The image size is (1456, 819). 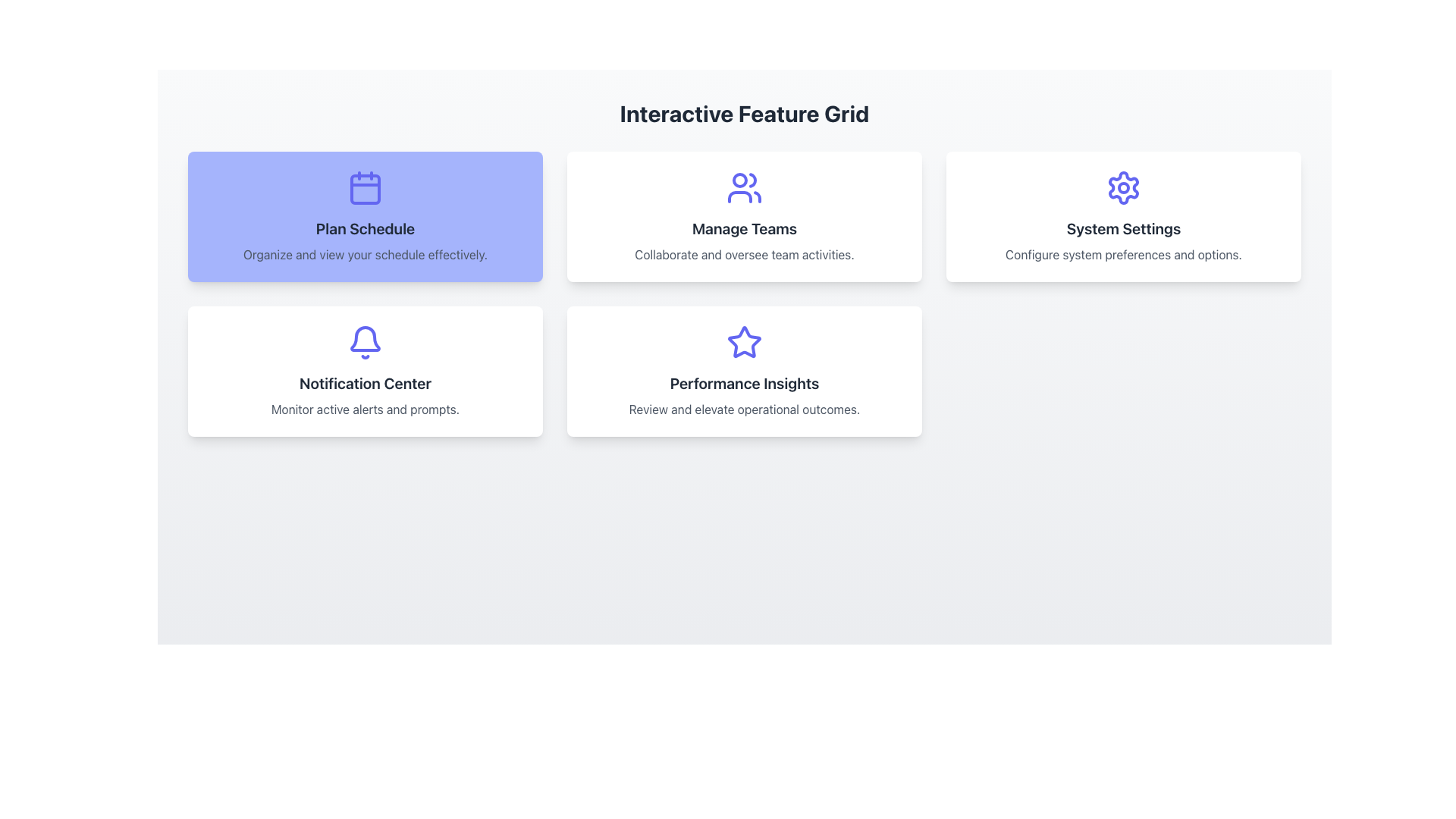 What do you see at coordinates (1124, 187) in the screenshot?
I see `the gear-shaped indigo icon located at the center top of the 'System Settings' card, which is positioned in the top-right corner of the feature grid` at bounding box center [1124, 187].